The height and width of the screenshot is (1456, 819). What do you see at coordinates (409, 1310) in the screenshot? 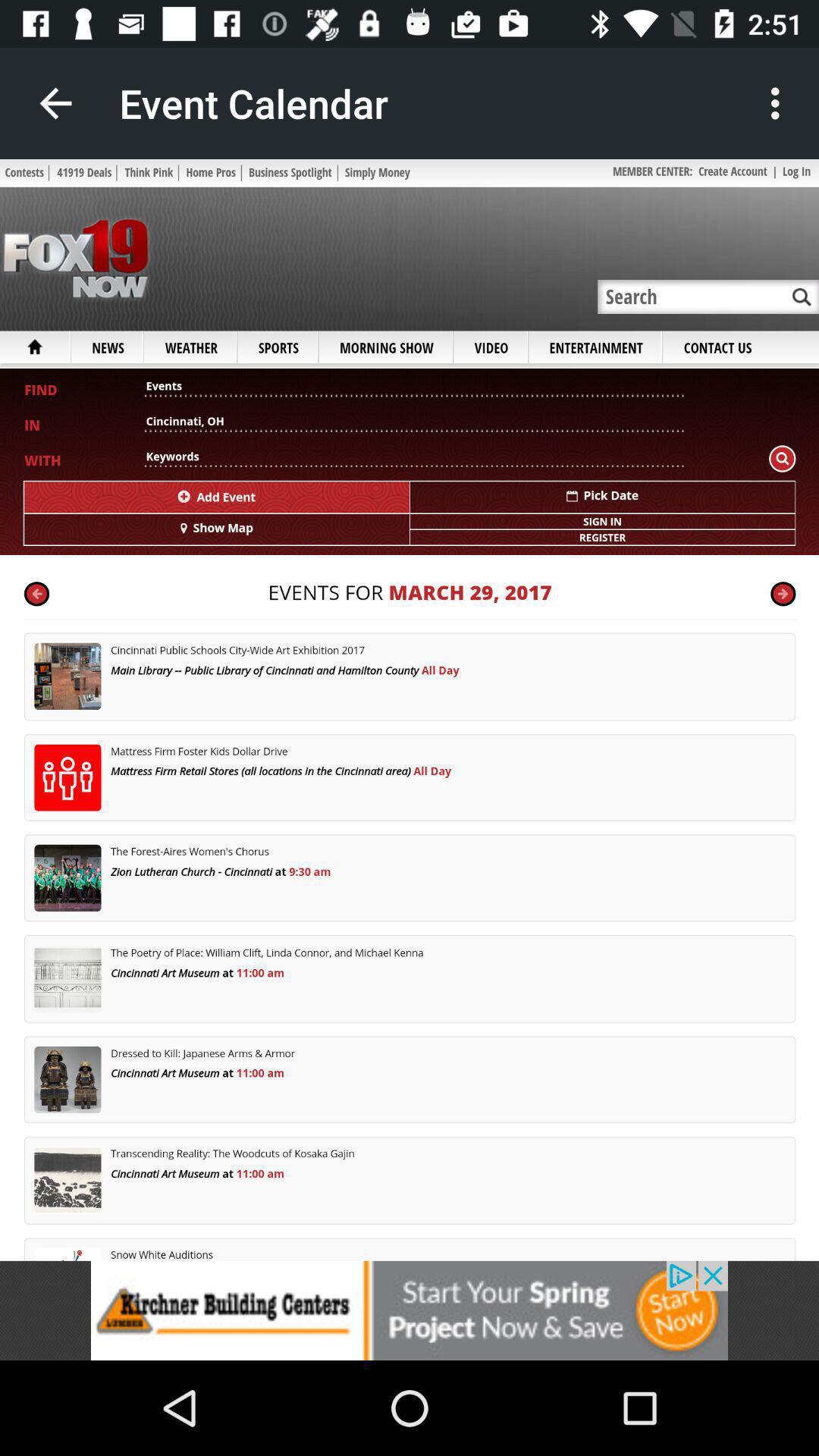
I see `advertisement image` at bounding box center [409, 1310].